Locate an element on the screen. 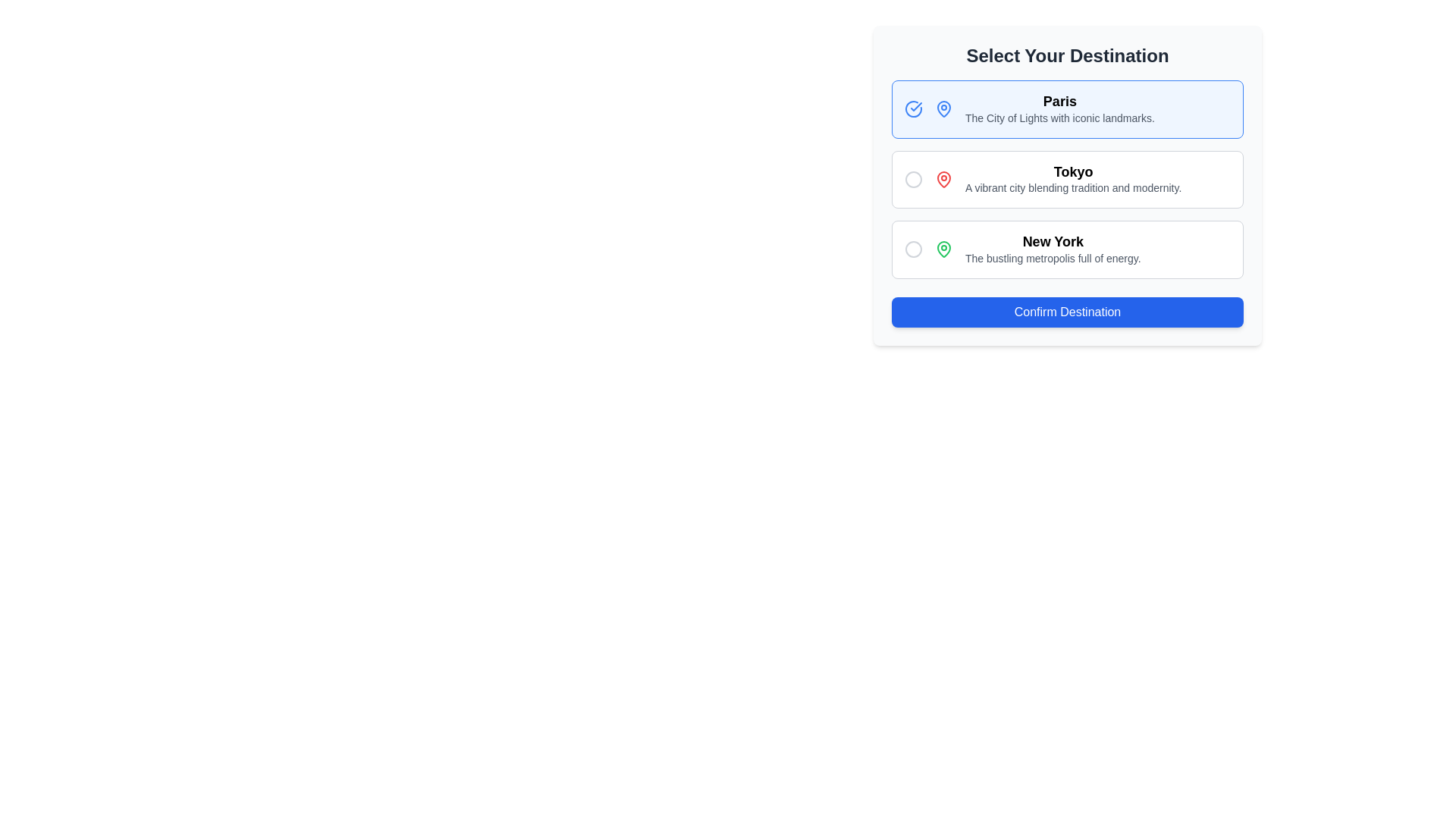 The width and height of the screenshot is (1456, 819). the green pin-drop marker icon located in the 'Select Your Destination' card, which is to the left of the text 'New York' is located at coordinates (943, 248).